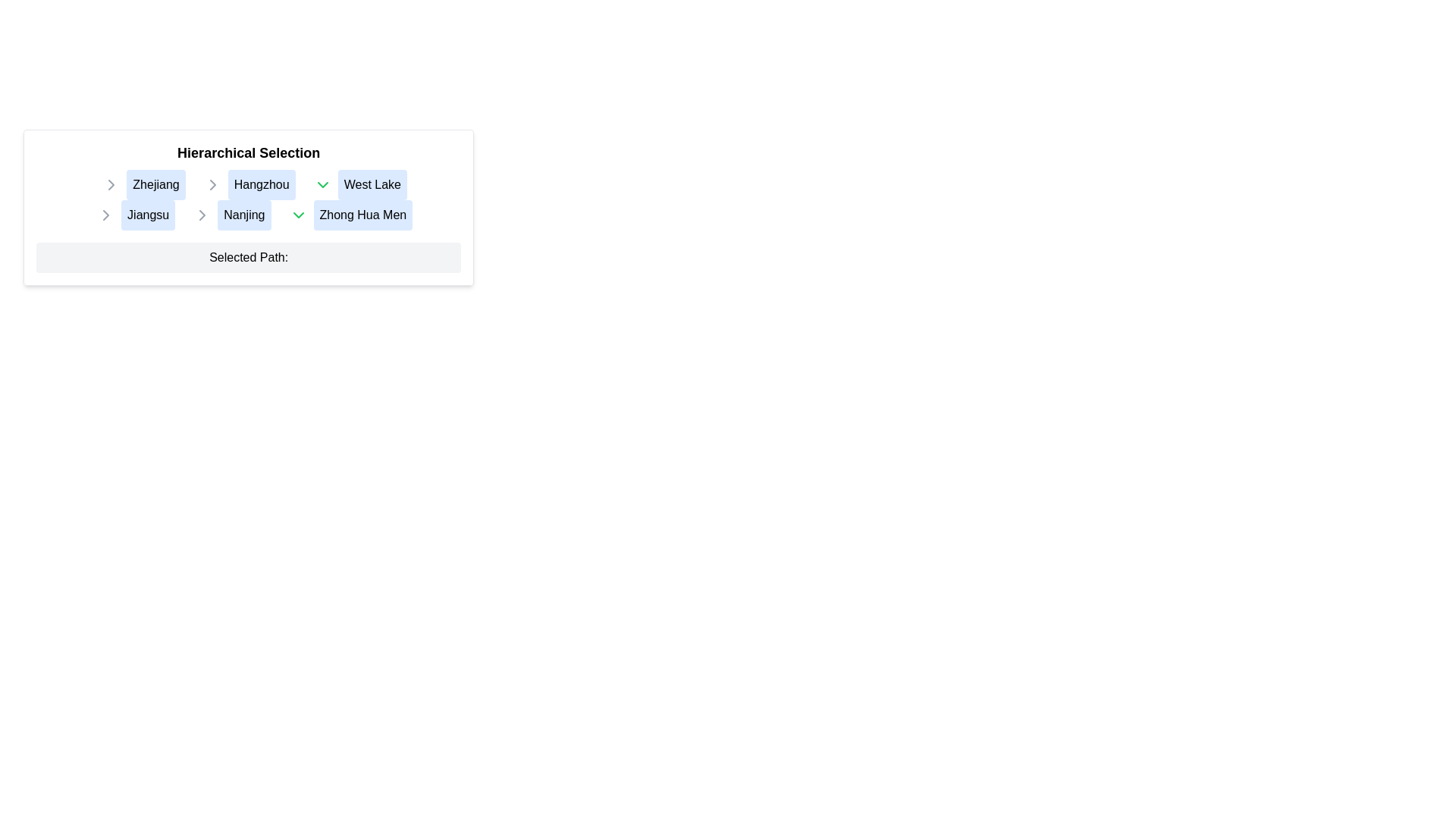  What do you see at coordinates (111, 184) in the screenshot?
I see `the right-pointing chevron icon styled with a thin stroke and gray color, located immediately to the left of the text labeled 'Zhejiang'` at bounding box center [111, 184].